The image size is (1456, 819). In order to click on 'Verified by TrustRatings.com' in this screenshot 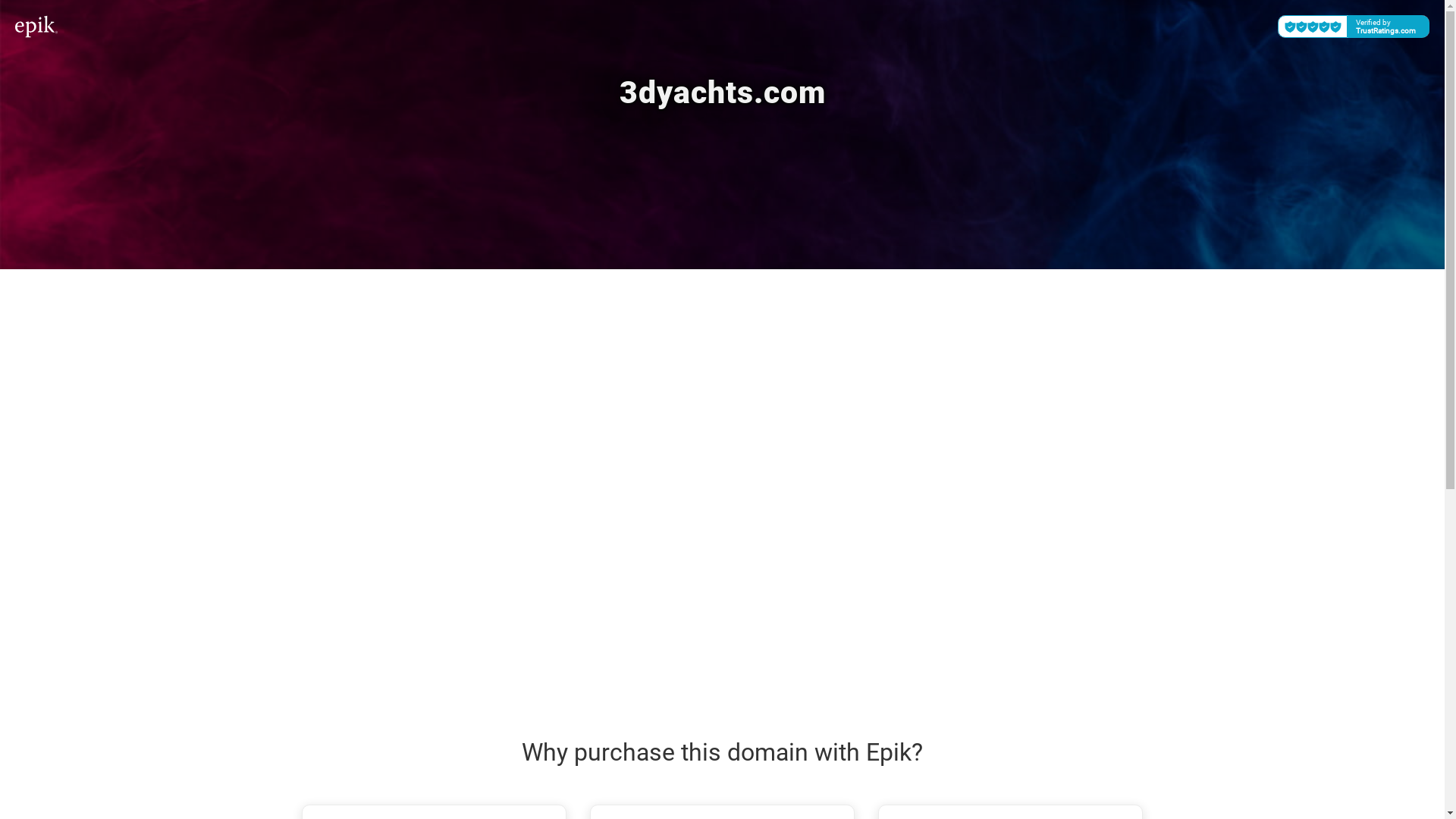, I will do `click(1354, 26)`.